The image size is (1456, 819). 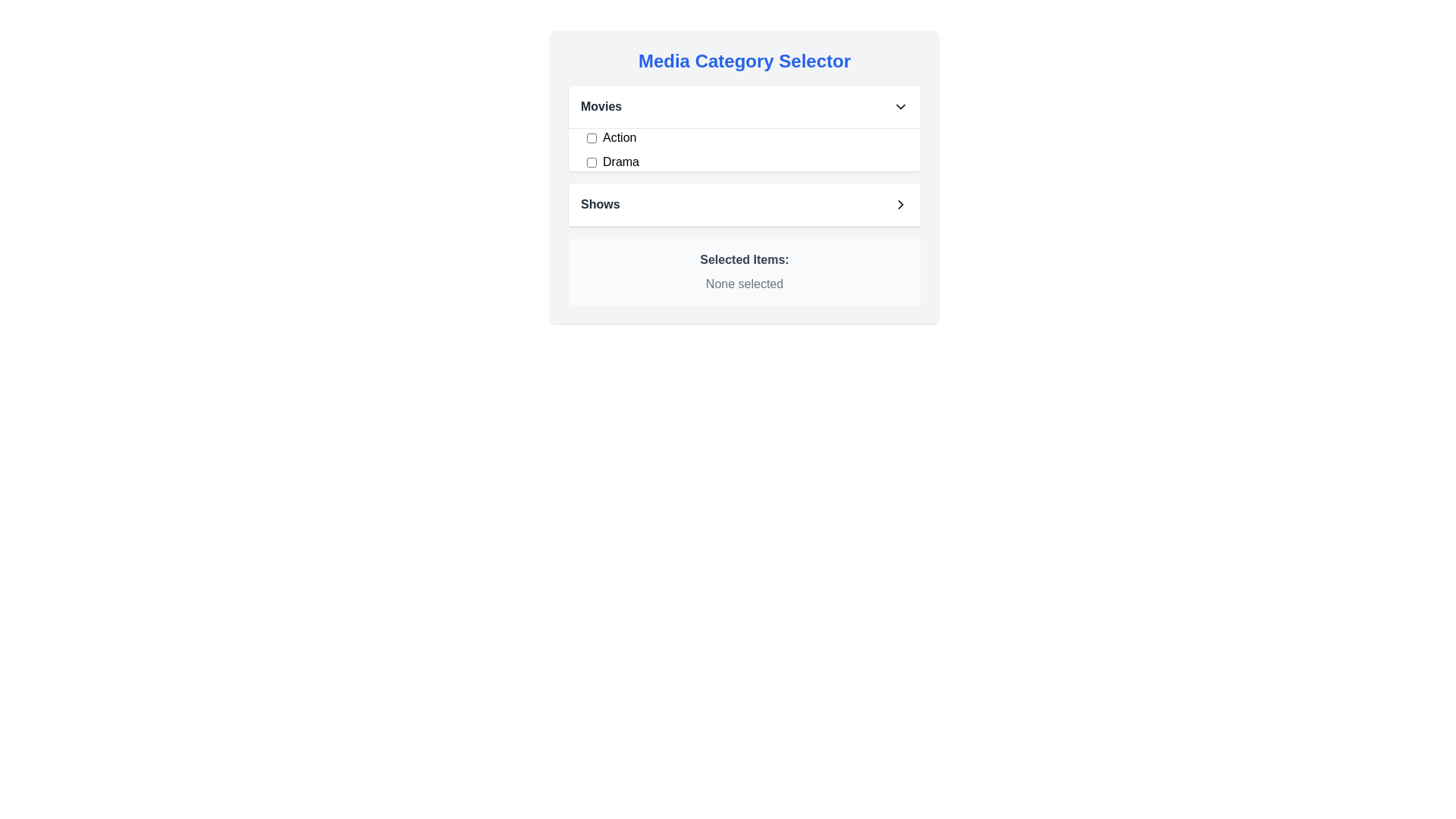 I want to click on the 'Drama' category checkbox in the 'Movies' section to trigger potential tooltip or focus effects, so click(x=753, y=162).